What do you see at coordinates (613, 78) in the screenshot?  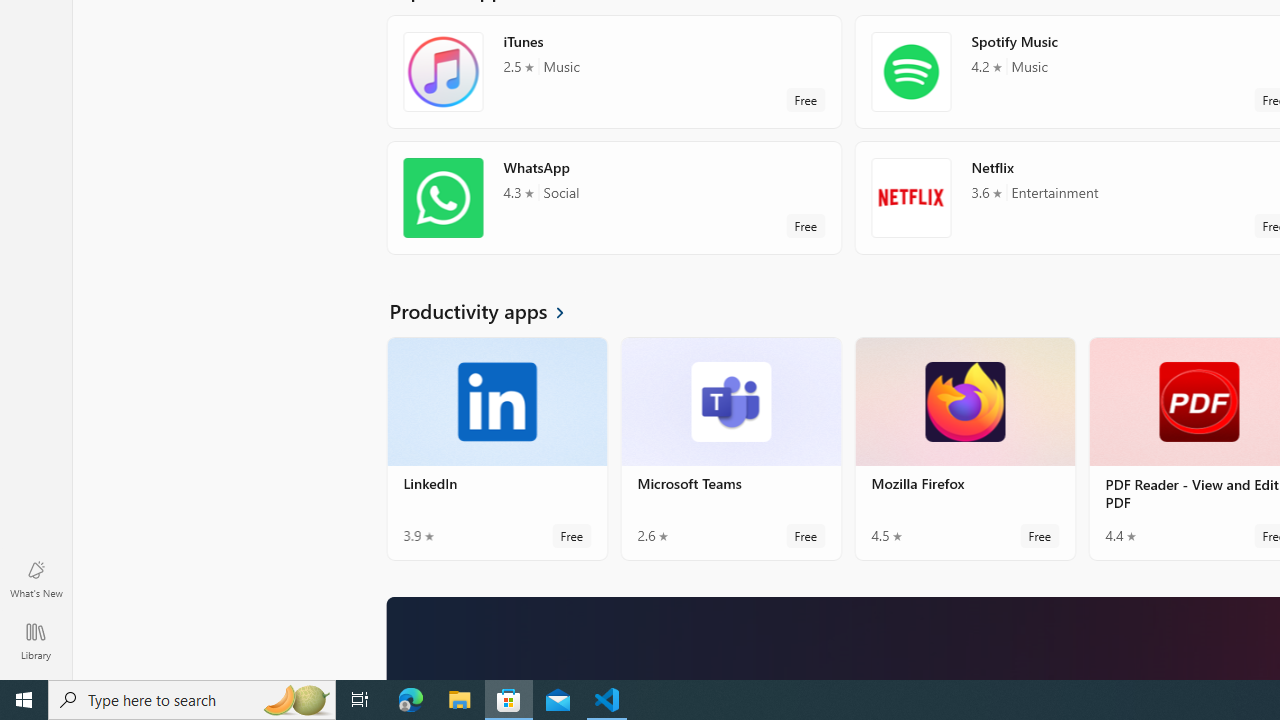 I see `'iTunes. Average rating of 2.5 out of five stars. Free  '` at bounding box center [613, 78].